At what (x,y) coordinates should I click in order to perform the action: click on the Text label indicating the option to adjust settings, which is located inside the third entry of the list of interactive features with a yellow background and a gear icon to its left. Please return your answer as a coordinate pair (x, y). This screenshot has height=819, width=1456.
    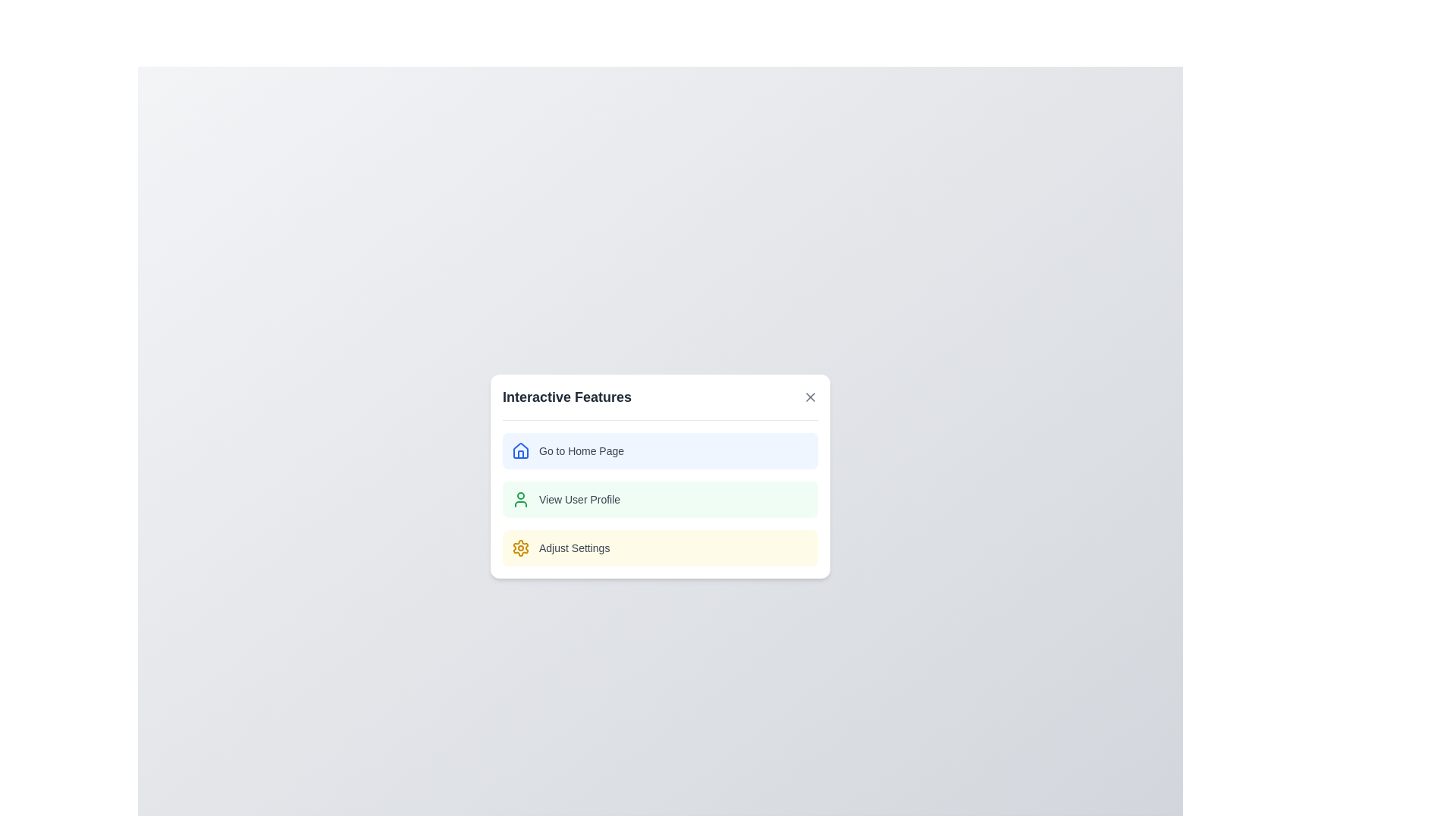
    Looking at the image, I should click on (573, 548).